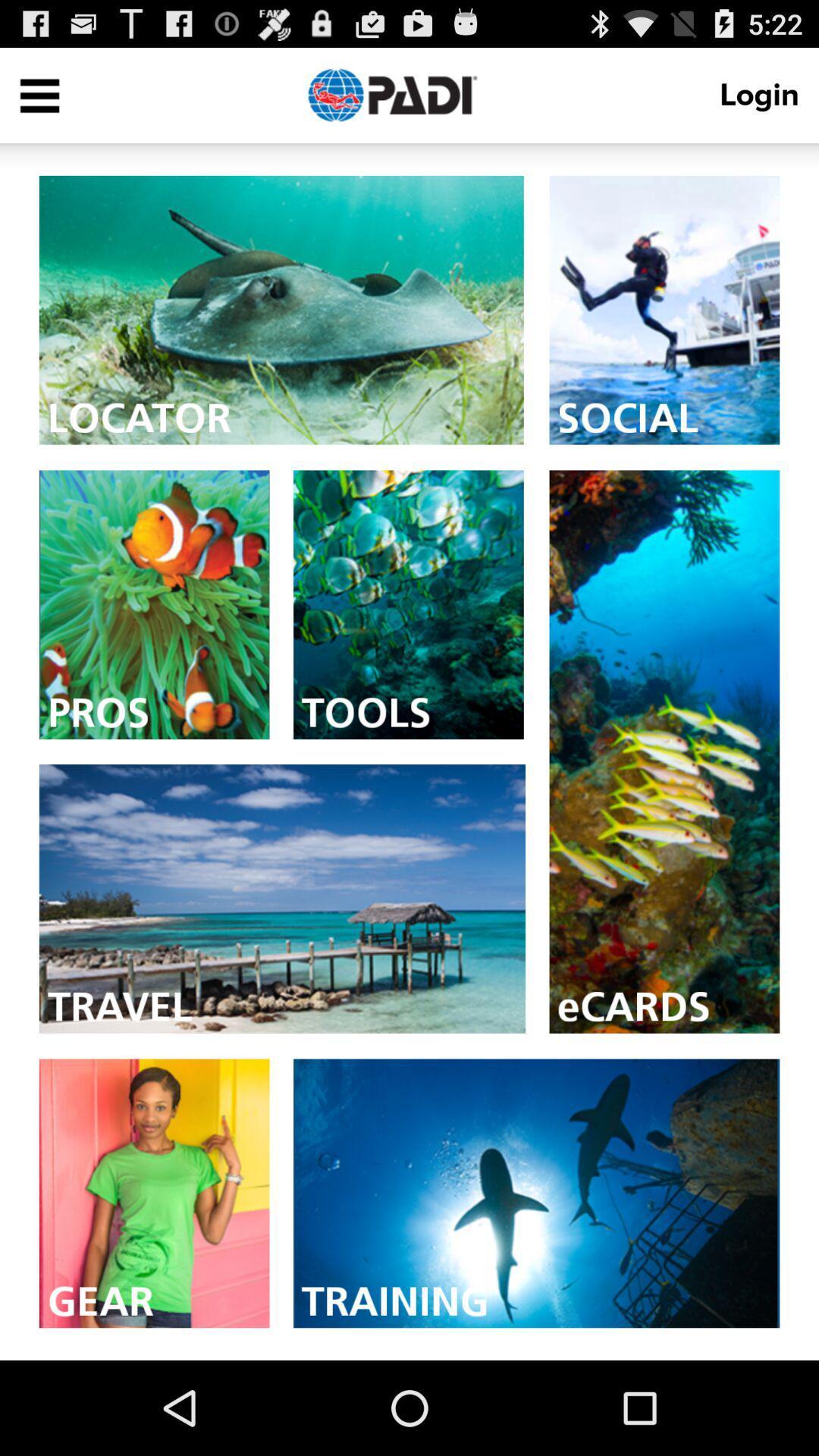 The image size is (819, 1456). What do you see at coordinates (281, 309) in the screenshot?
I see `locator menu` at bounding box center [281, 309].